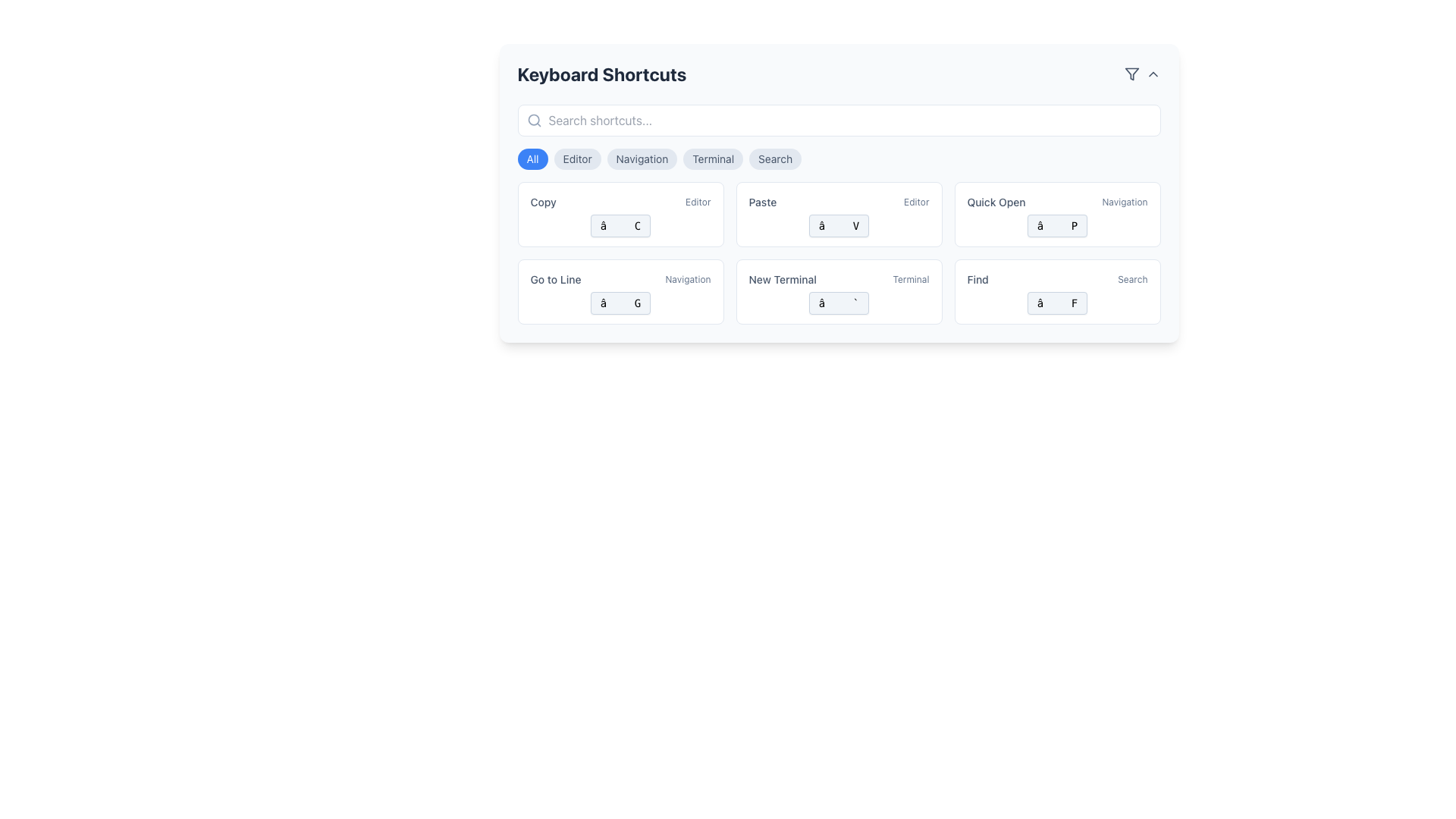 The image size is (1456, 819). What do you see at coordinates (1056, 214) in the screenshot?
I see `the interactive card with an embedded shortcut button` at bounding box center [1056, 214].